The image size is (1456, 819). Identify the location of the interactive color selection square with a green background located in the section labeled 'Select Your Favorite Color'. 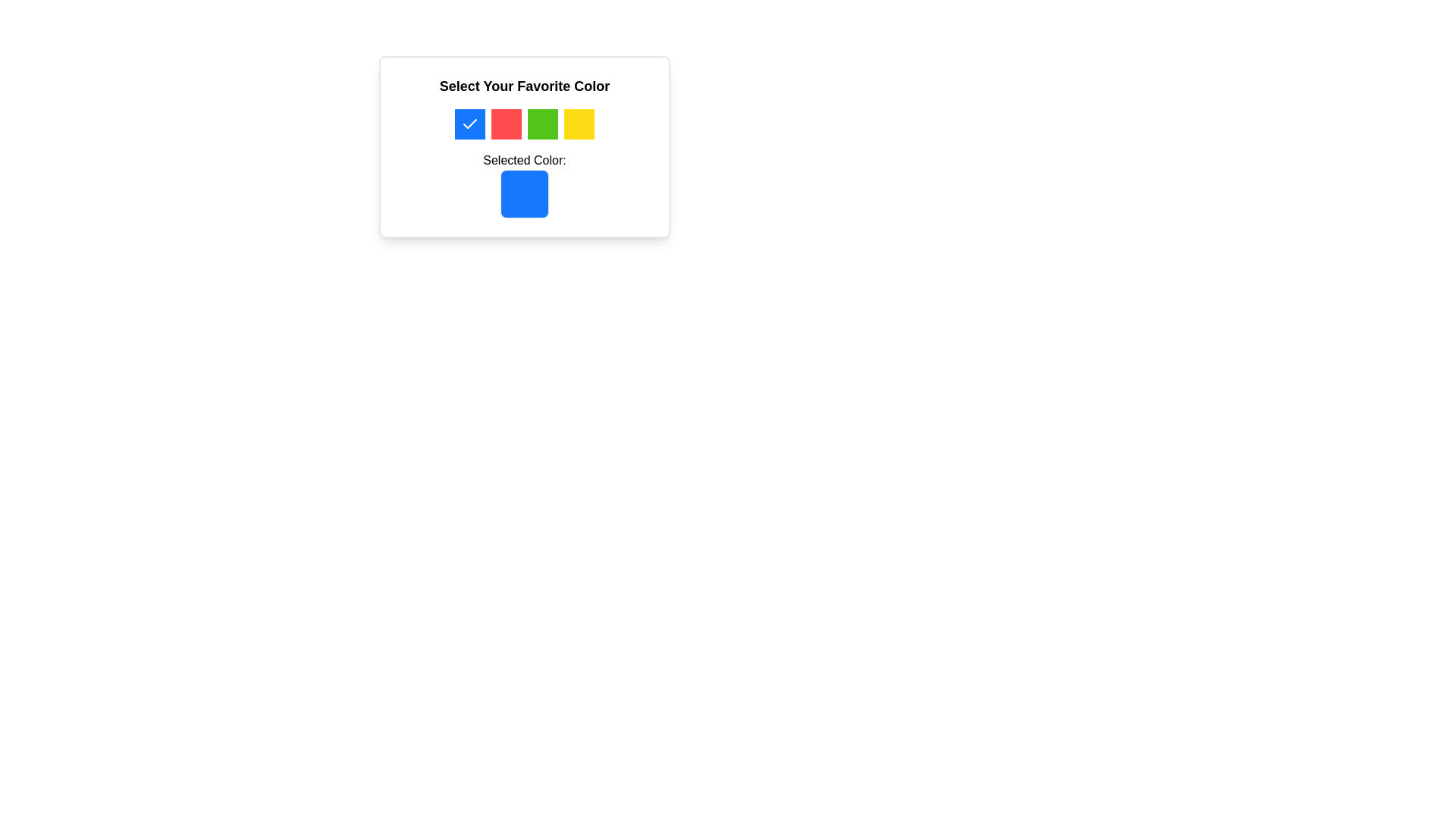
(542, 124).